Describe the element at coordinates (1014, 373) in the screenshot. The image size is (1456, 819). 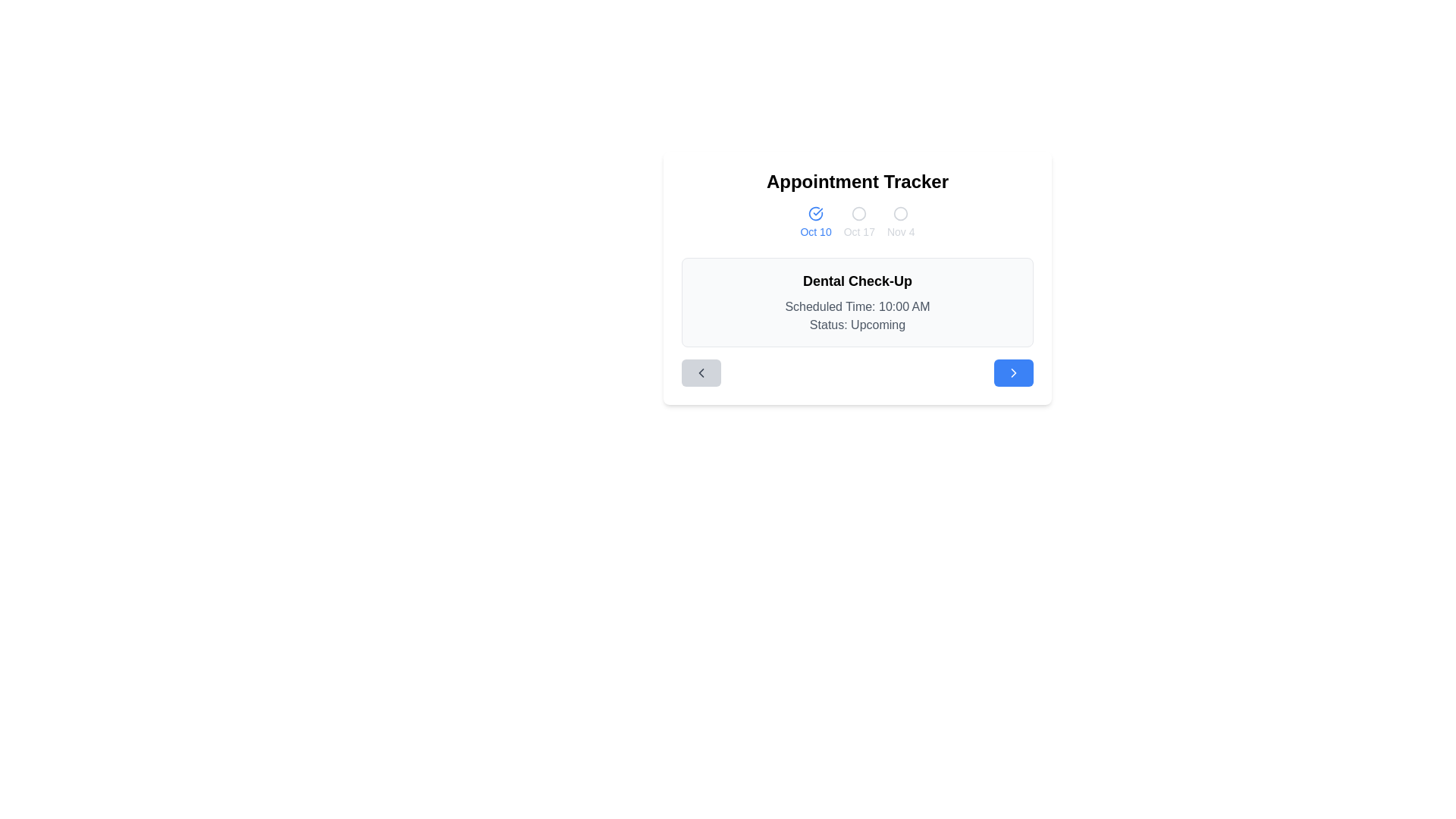
I see `the navigation icon located within the rounded blue button at the bottom right of the card` at that location.